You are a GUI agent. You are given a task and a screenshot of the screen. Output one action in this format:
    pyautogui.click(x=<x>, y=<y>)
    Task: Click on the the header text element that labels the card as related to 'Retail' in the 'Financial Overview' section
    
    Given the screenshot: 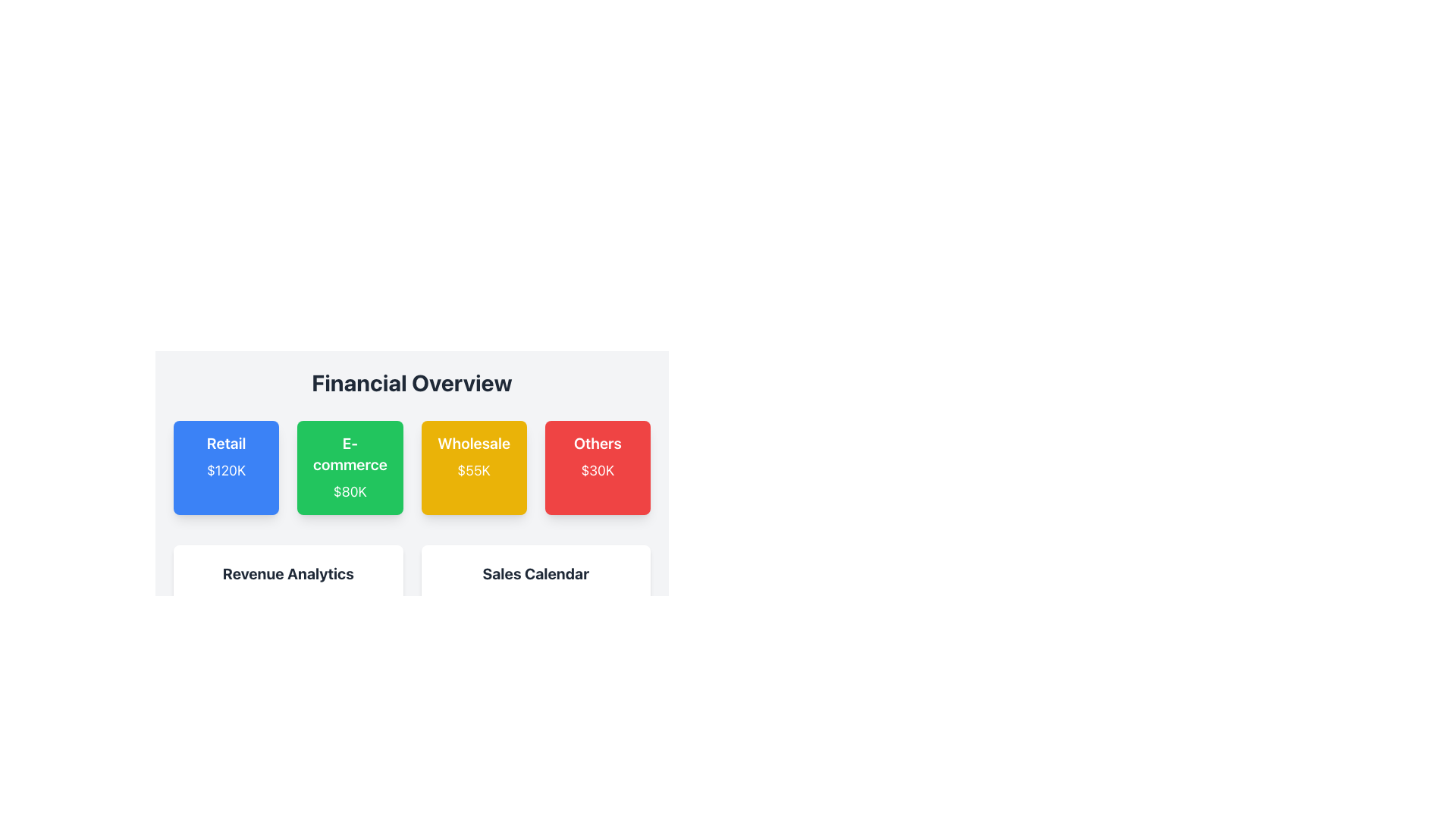 What is the action you would take?
    pyautogui.click(x=225, y=444)
    